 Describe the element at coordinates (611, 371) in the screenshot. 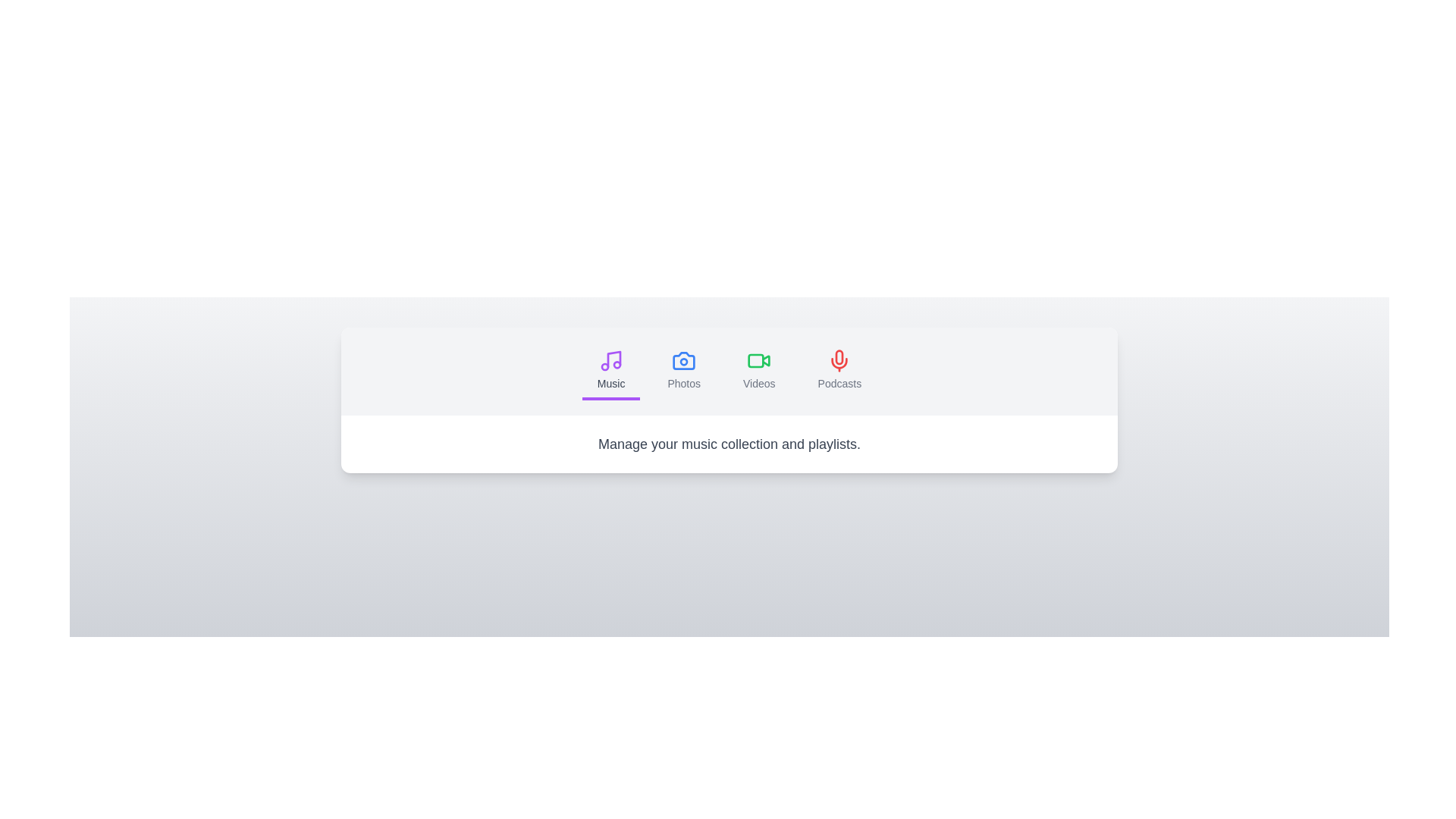

I see `the tab labeled Music to switch to its content section` at that location.